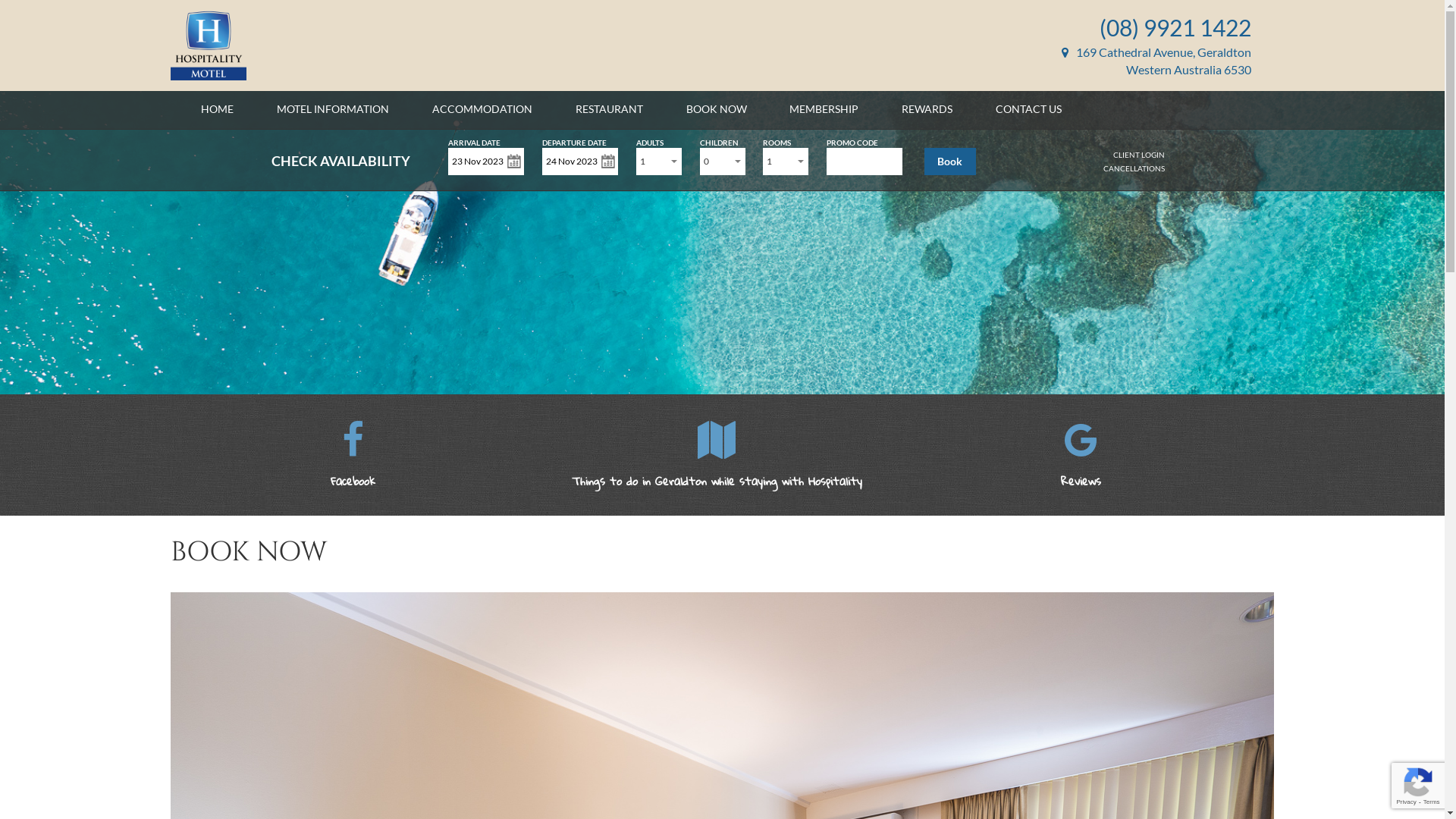 The width and height of the screenshot is (1456, 819). Describe the element at coordinates (1113, 155) in the screenshot. I see `'CLIENT LOGIN'` at that location.